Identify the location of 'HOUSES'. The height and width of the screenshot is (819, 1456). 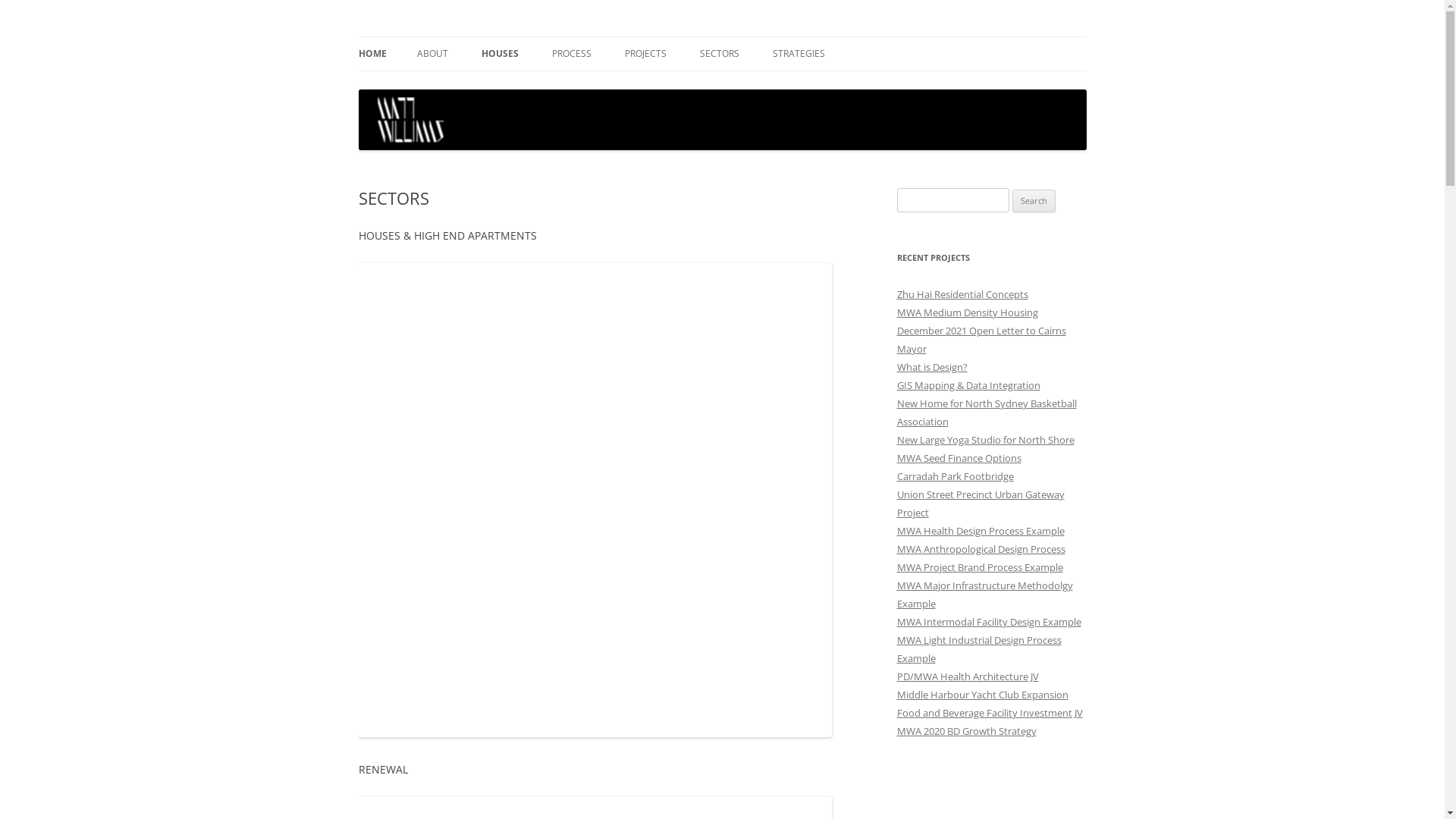
(499, 52).